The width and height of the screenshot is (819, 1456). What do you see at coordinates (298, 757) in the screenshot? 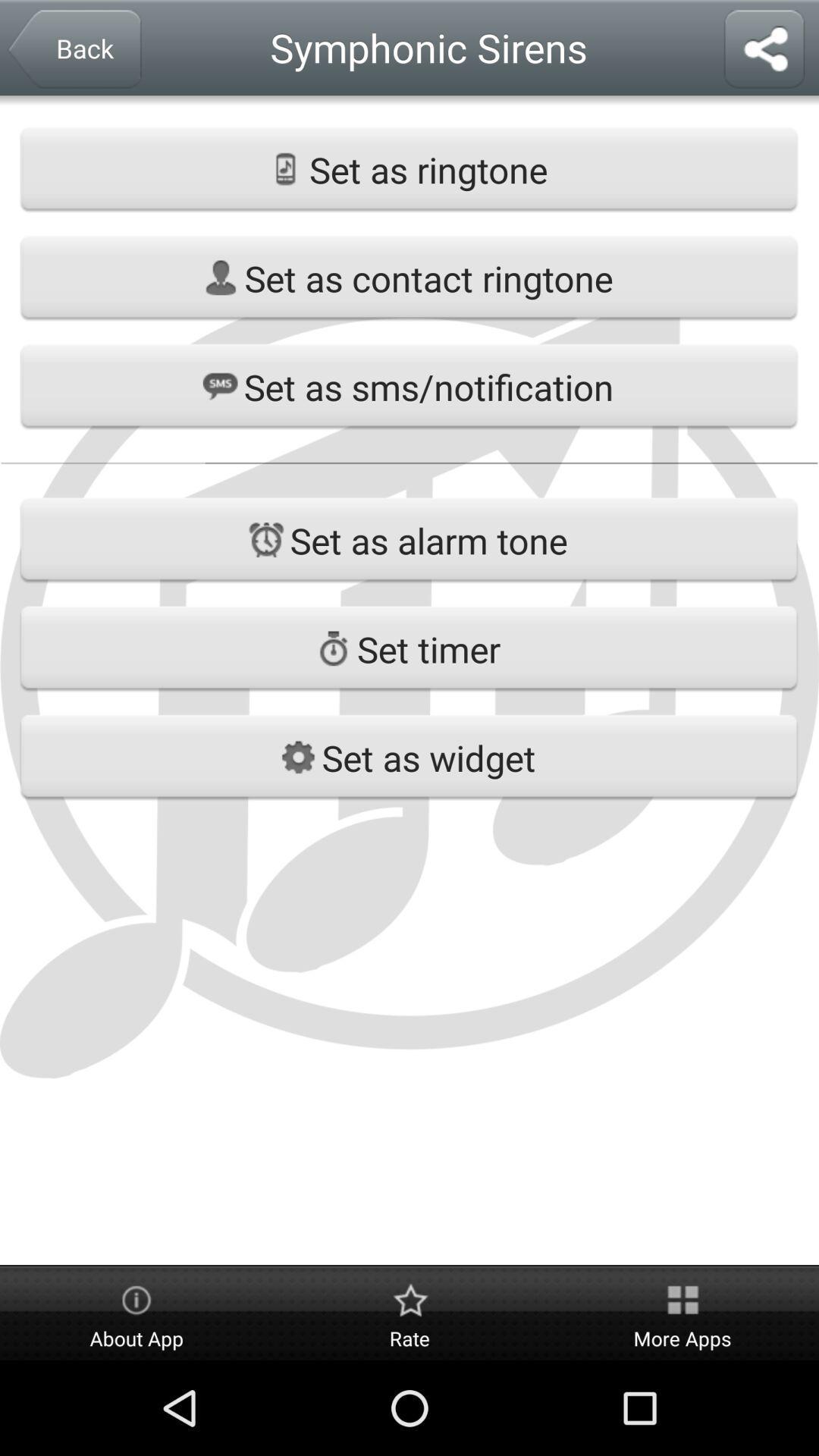
I see `the icon of settings at last button from symphonic sirens` at bounding box center [298, 757].